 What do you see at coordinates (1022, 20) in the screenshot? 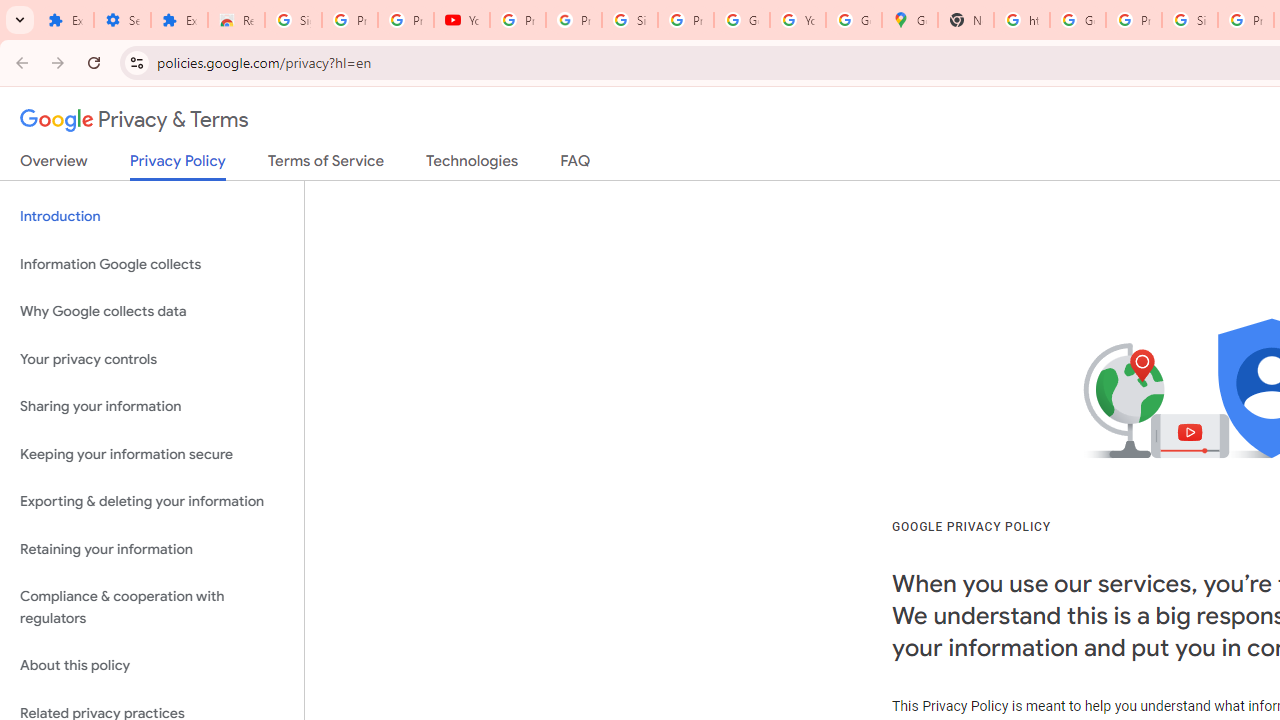
I see `'https://scholar.google.com/'` at bounding box center [1022, 20].